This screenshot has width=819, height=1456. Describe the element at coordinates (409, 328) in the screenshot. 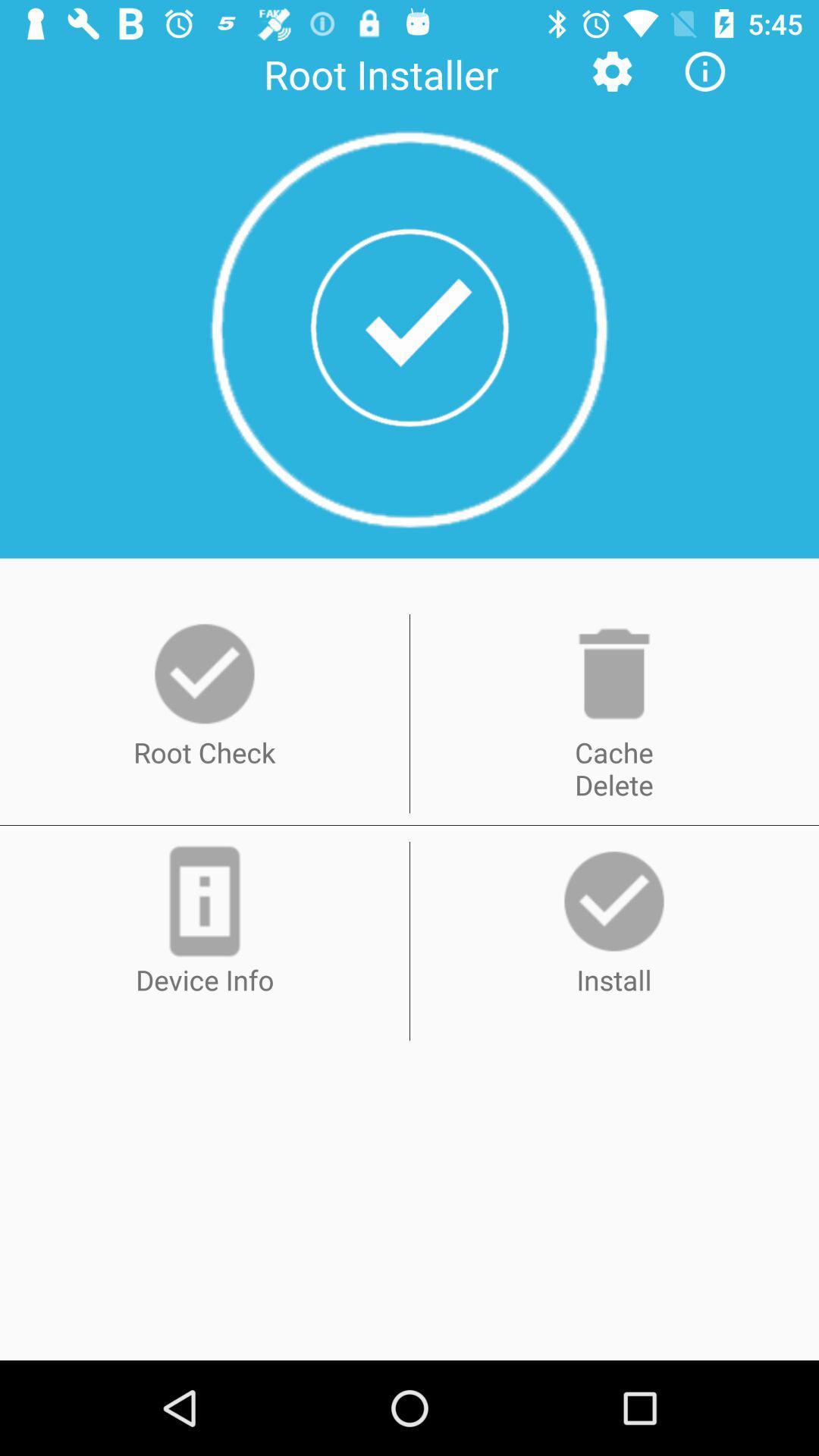

I see `icon below the root installer` at that location.